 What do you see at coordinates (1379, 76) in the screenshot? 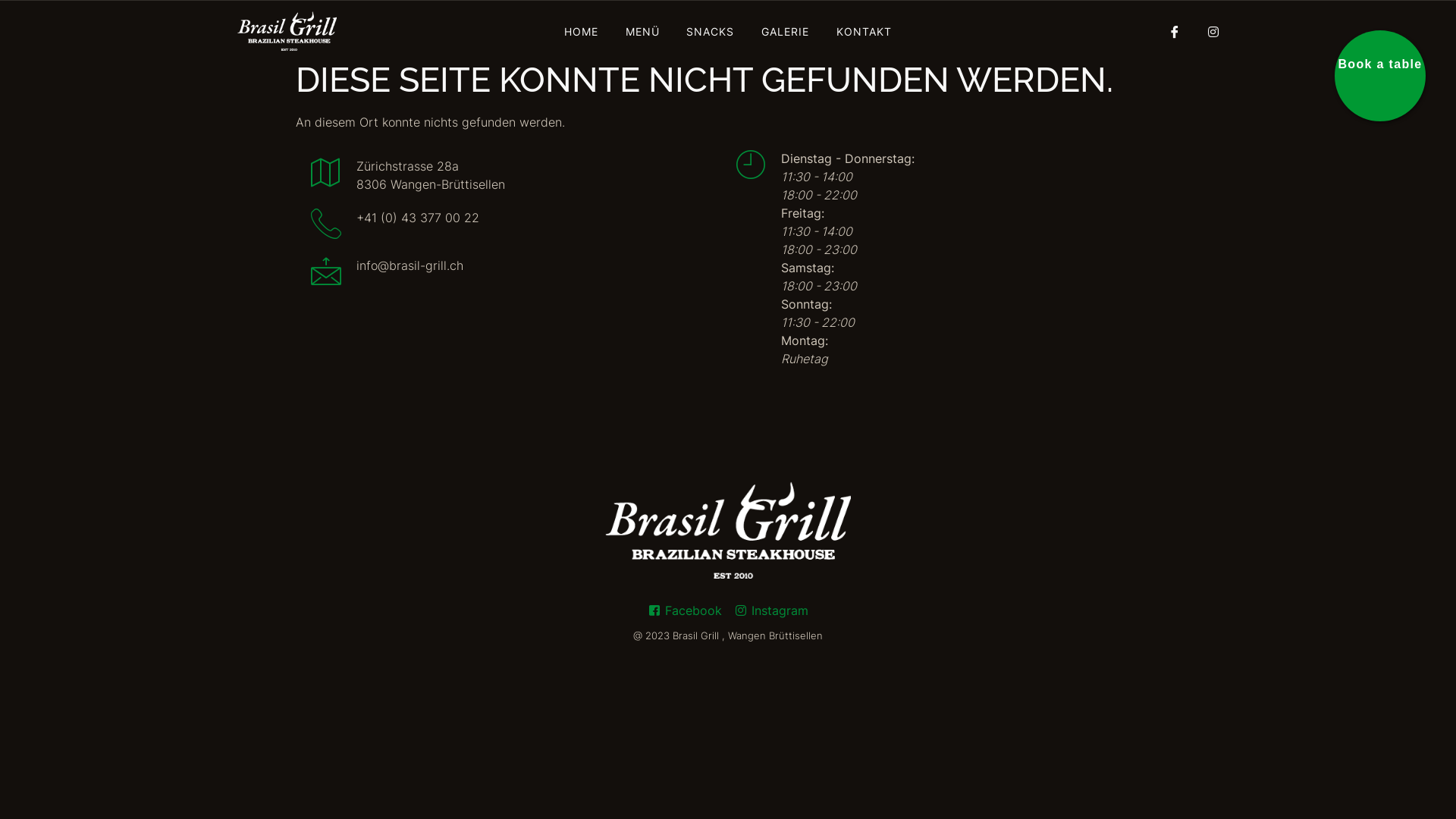
I see `'Book a table'` at bounding box center [1379, 76].